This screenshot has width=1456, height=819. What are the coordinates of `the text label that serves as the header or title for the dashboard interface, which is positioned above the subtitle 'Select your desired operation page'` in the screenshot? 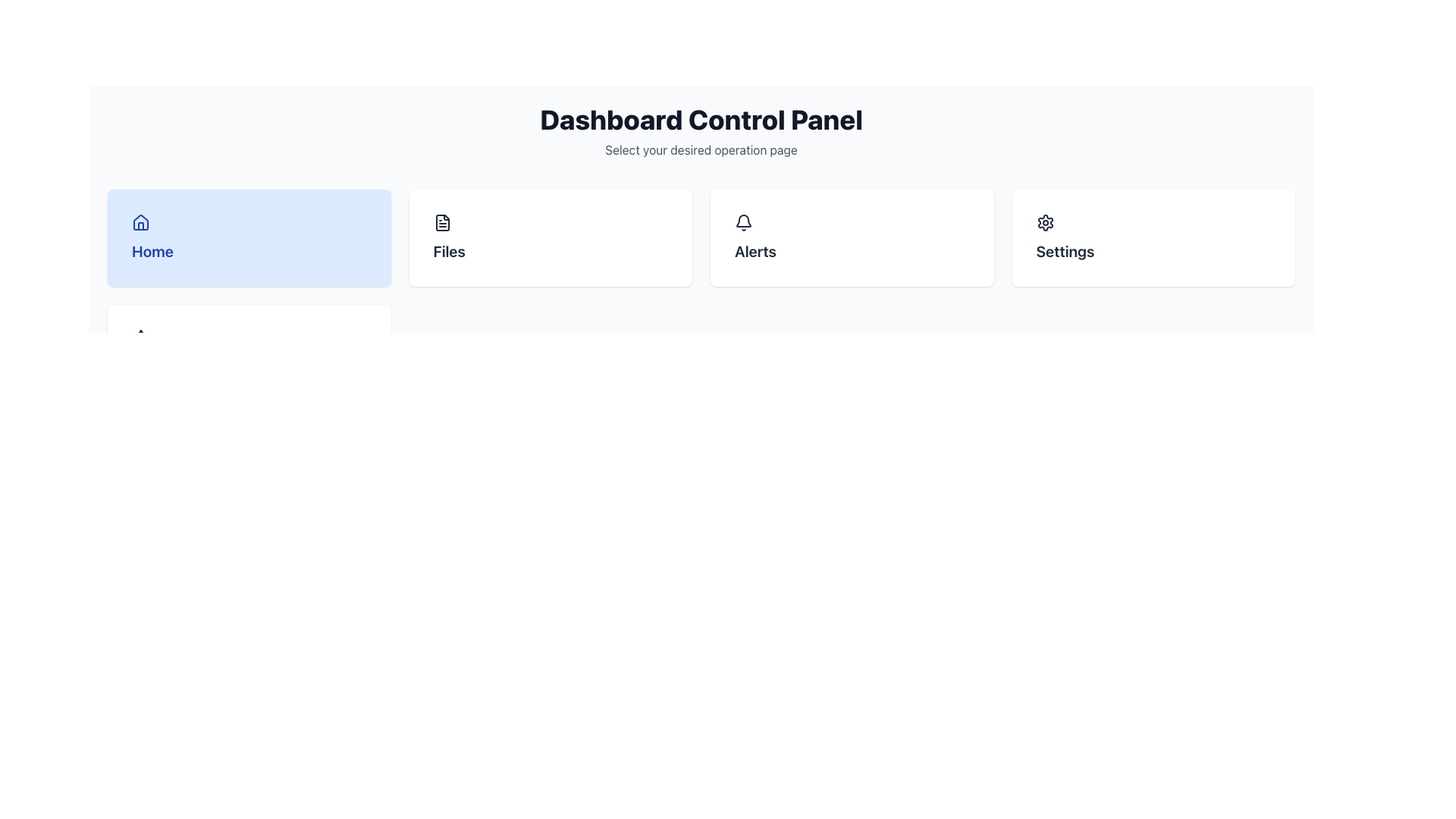 It's located at (701, 119).